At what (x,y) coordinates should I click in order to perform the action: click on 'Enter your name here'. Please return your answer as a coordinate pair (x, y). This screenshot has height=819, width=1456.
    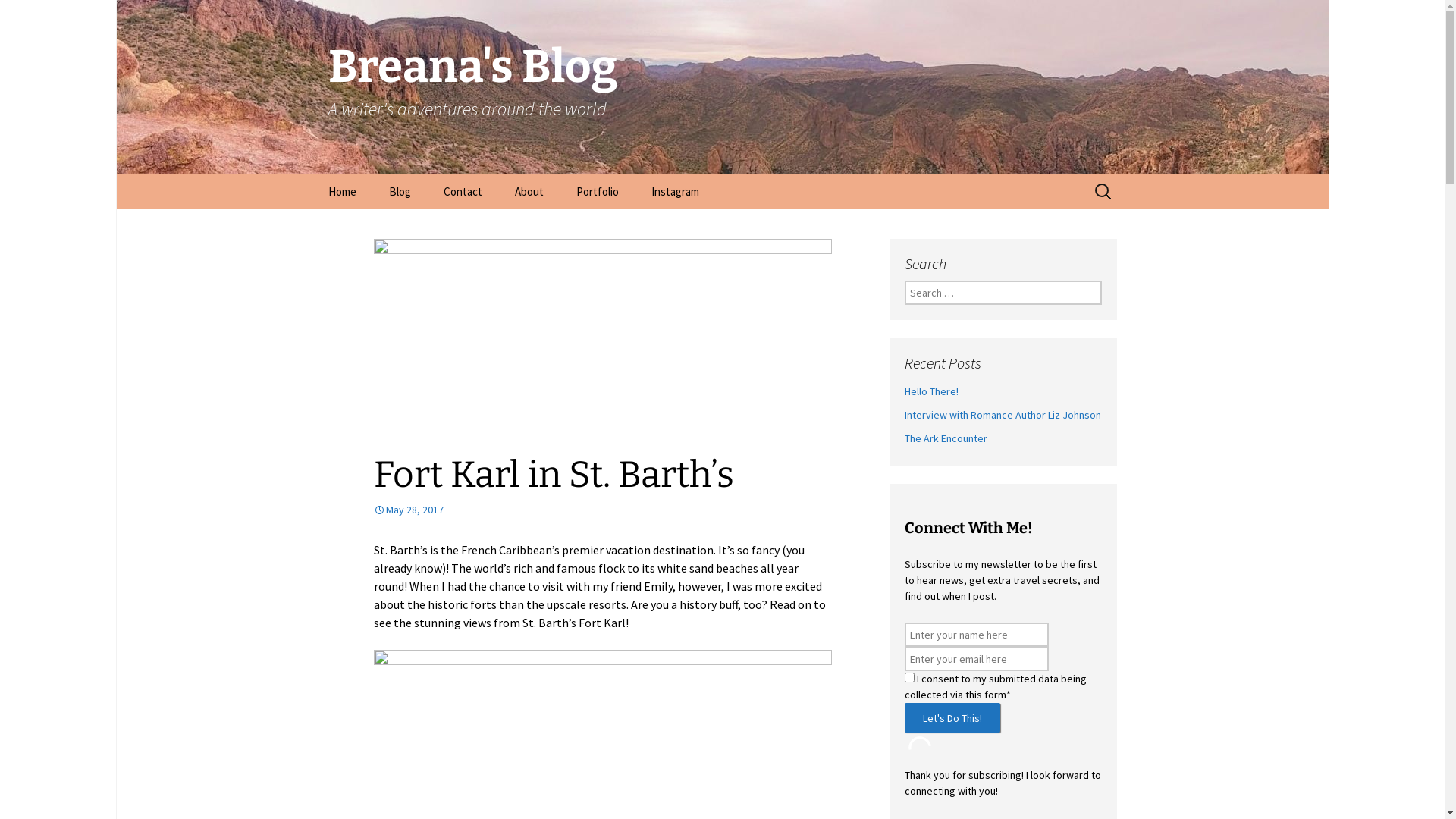
    Looking at the image, I should click on (975, 635).